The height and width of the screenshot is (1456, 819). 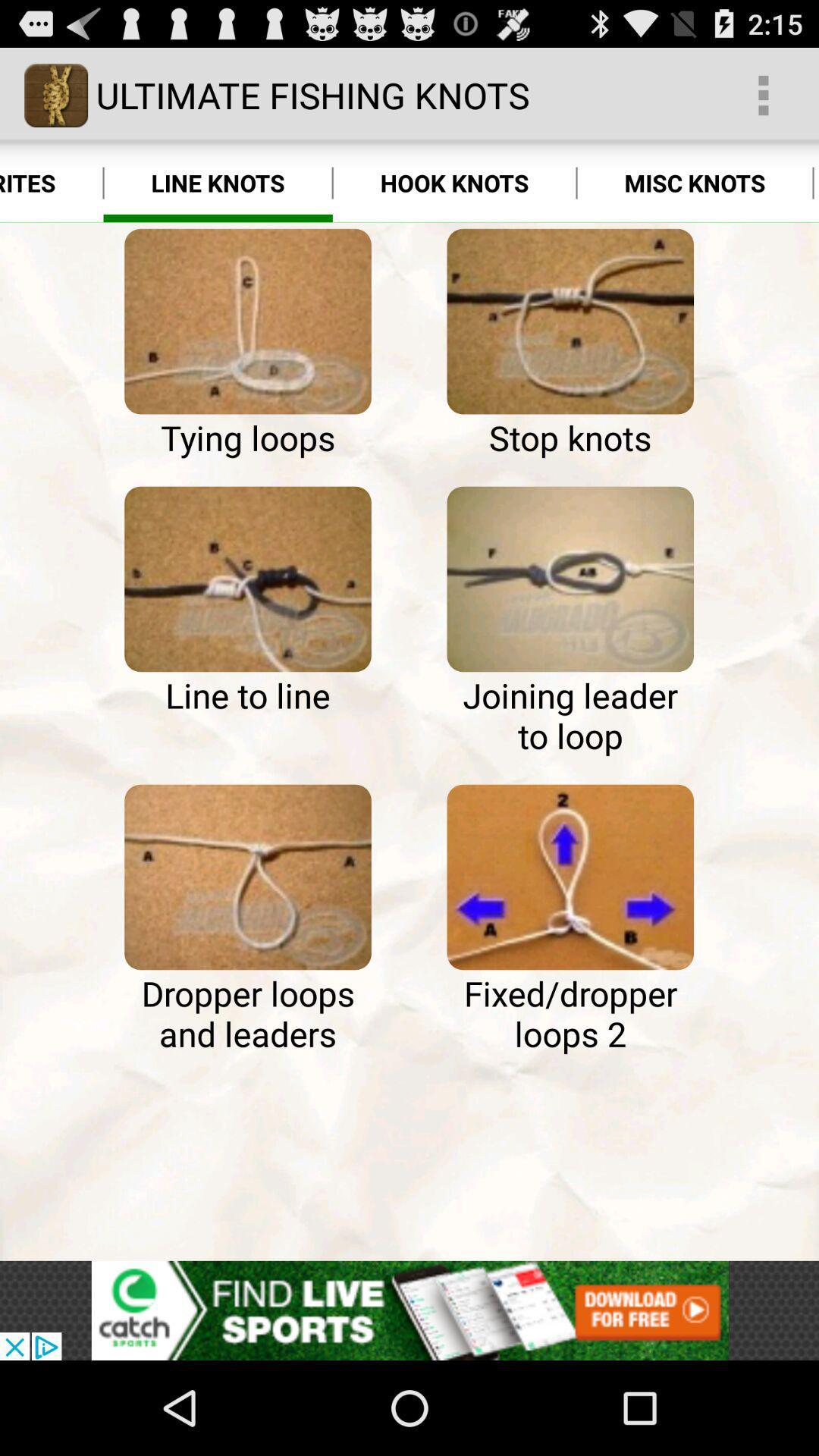 I want to click on advertisement, so click(x=409, y=1310).